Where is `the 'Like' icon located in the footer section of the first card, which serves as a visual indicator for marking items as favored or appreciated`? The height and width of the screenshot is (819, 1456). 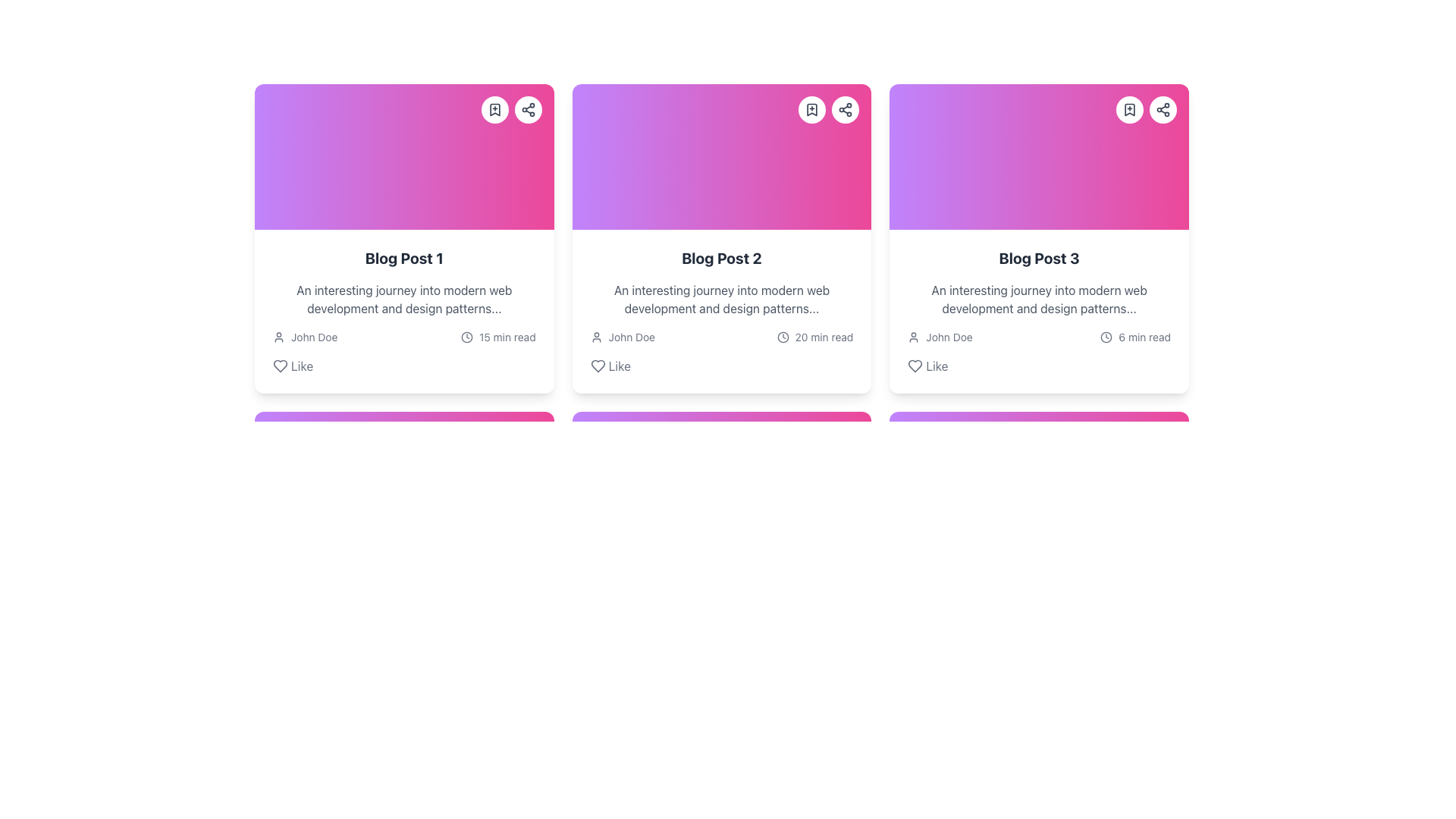
the 'Like' icon located in the footer section of the first card, which serves as a visual indicator for marking items as favored or appreciated is located at coordinates (280, 366).